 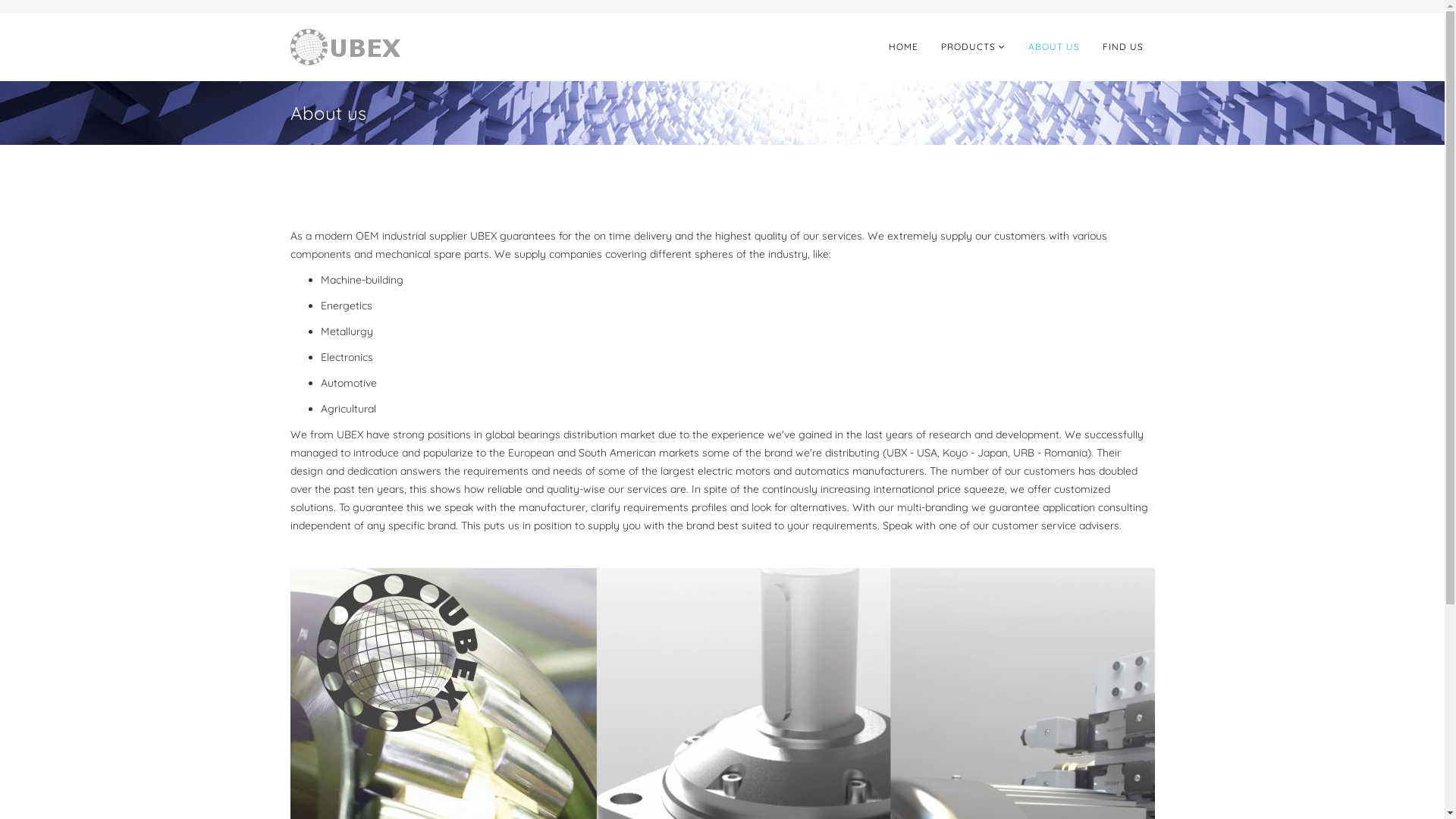 What do you see at coordinates (1122, 45) in the screenshot?
I see `'FIND US'` at bounding box center [1122, 45].